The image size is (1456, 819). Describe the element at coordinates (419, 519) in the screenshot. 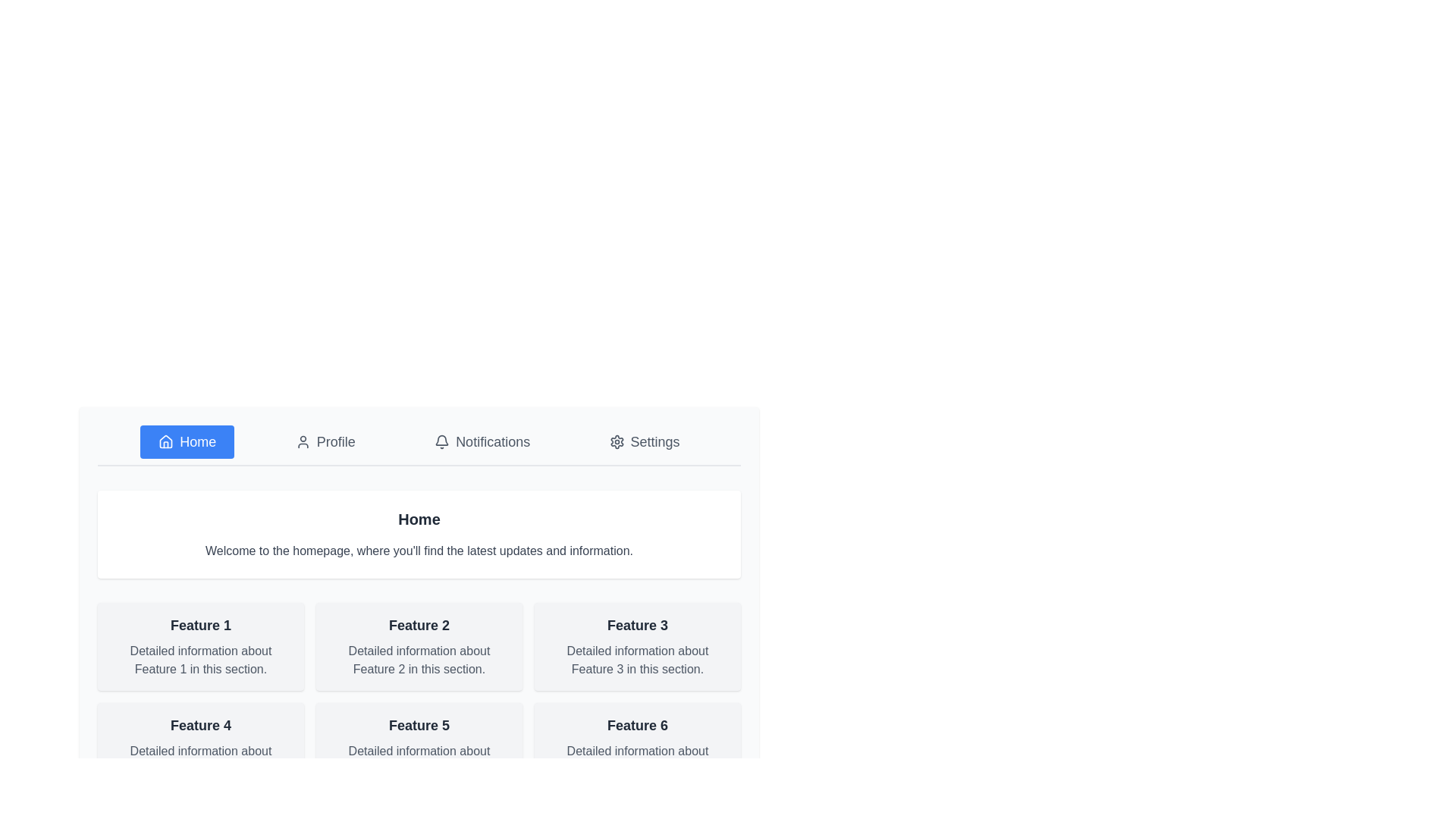

I see `the 'Home' text component, which is styled with a larger font size and bold weighting, located centrally under the menu options in a white rounded box` at that location.